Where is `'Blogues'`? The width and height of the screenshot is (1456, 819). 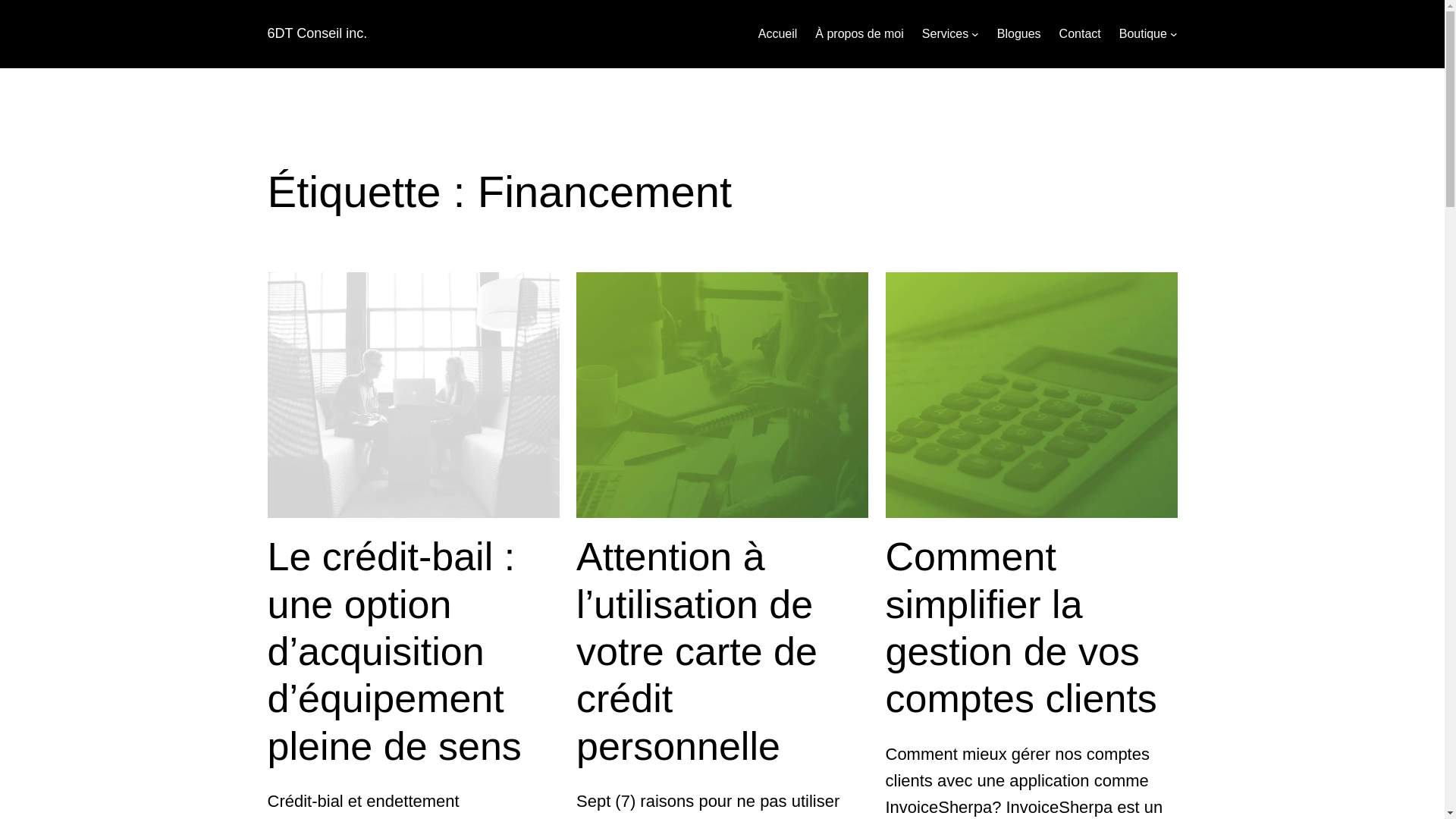 'Blogues' is located at coordinates (1019, 34).